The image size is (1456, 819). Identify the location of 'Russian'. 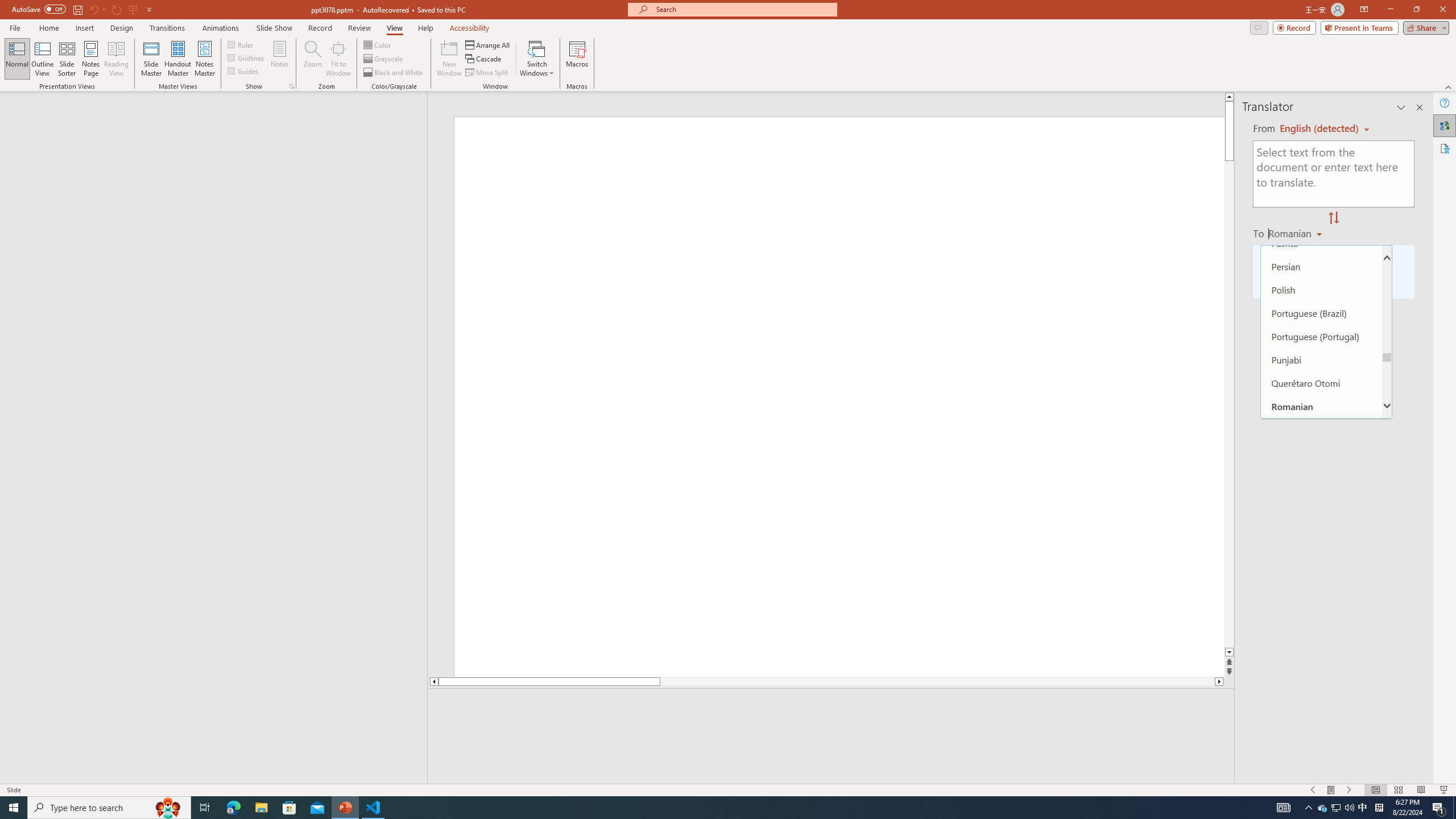
(1321, 452).